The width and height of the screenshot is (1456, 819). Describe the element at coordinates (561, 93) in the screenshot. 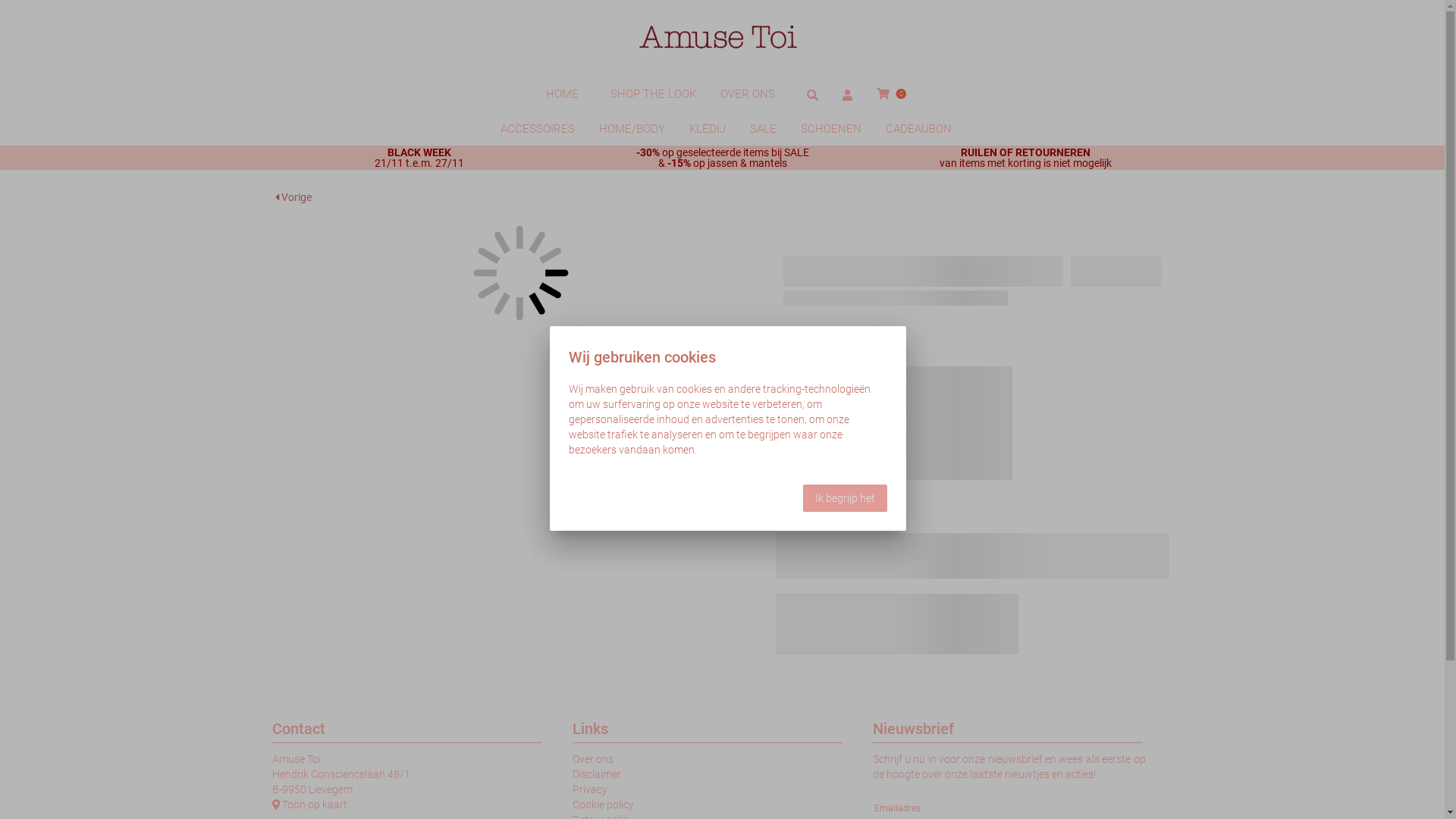

I see `'HOME'` at that location.